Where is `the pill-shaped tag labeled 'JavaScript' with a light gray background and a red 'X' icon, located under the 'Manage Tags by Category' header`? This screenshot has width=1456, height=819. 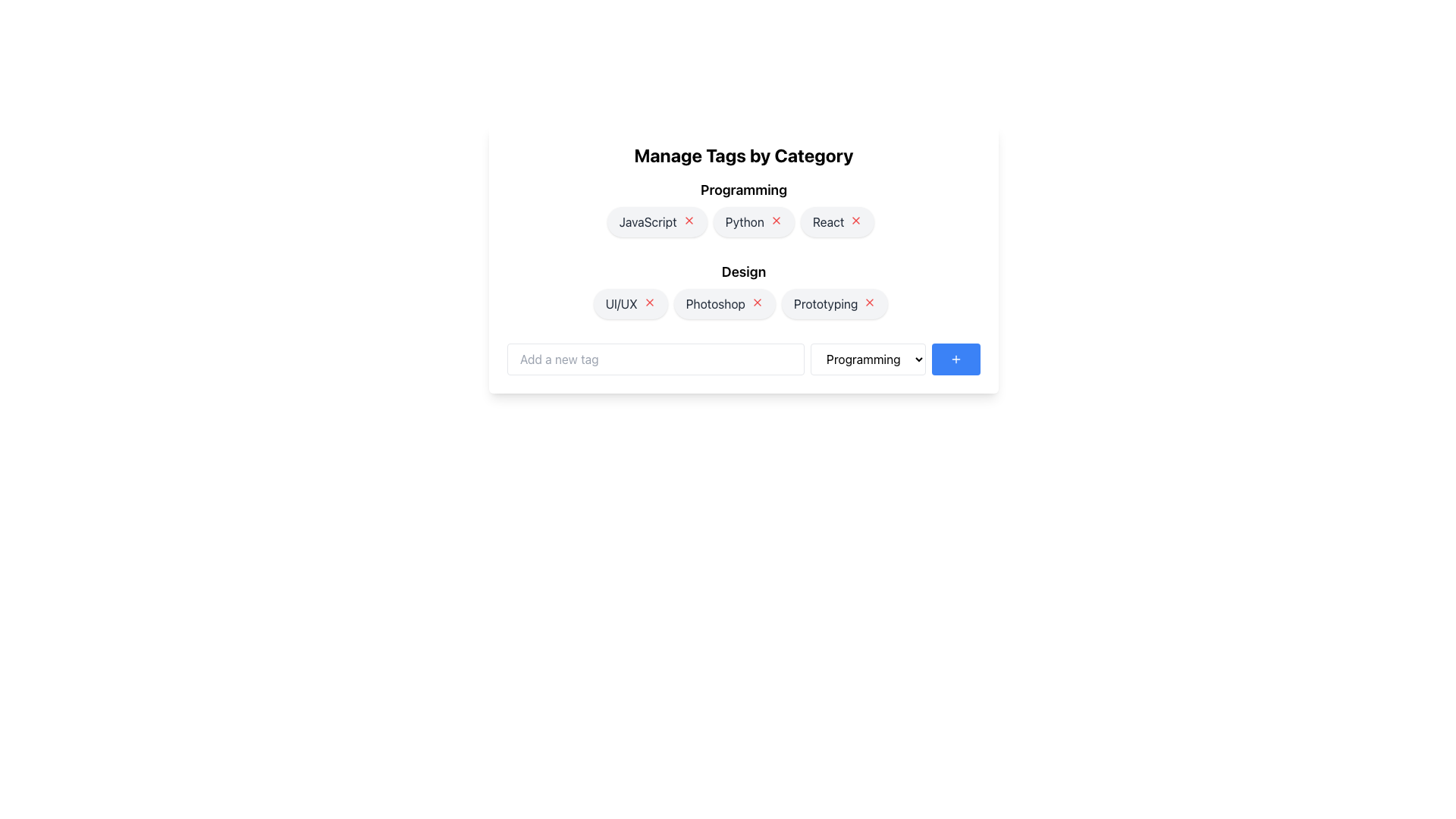
the pill-shaped tag labeled 'JavaScript' with a light gray background and a red 'X' icon, located under the 'Manage Tags by Category' header is located at coordinates (657, 222).